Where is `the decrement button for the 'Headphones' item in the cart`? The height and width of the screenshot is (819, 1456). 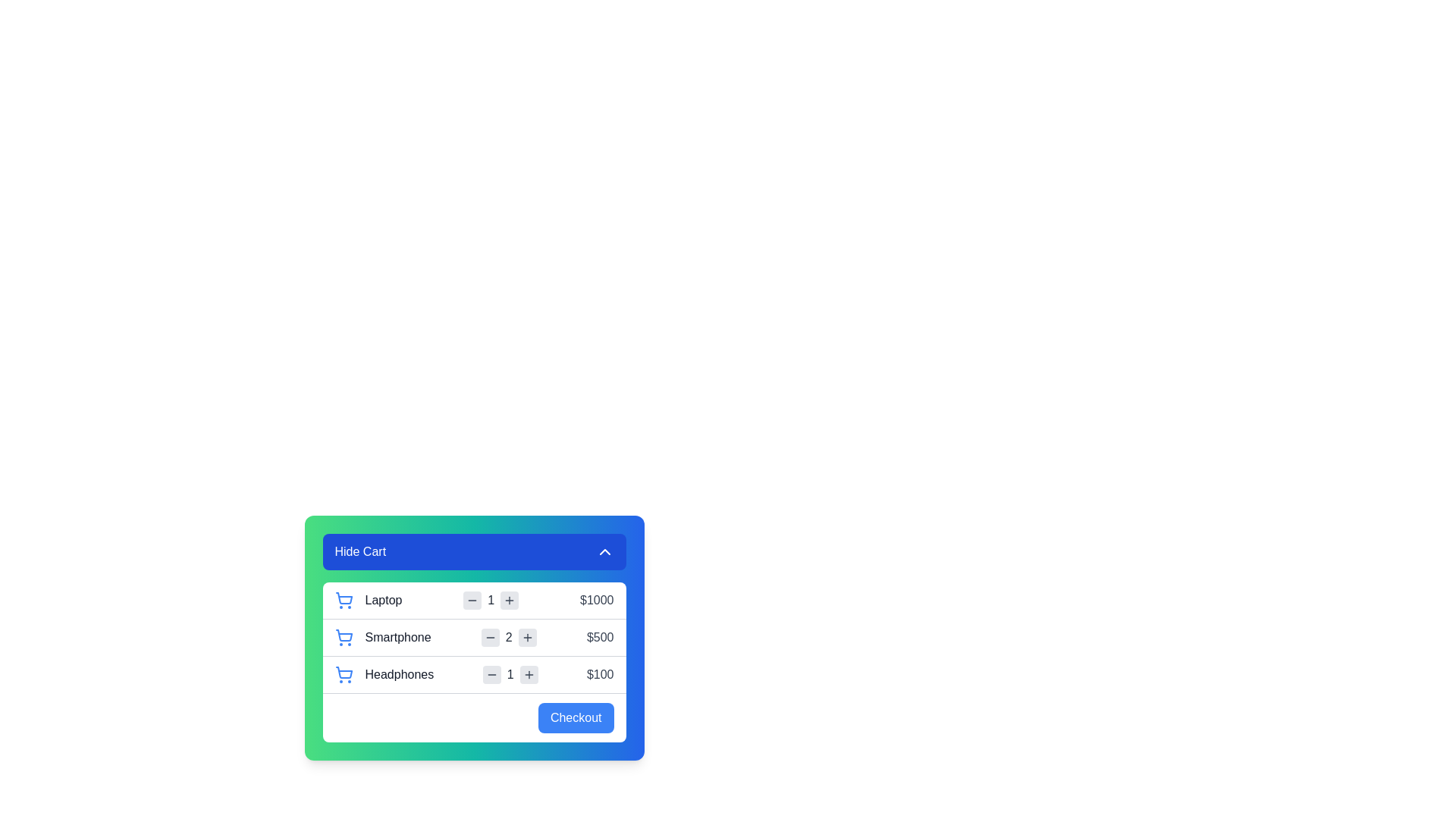
the decrement button for the 'Headphones' item in the cart is located at coordinates (491, 674).